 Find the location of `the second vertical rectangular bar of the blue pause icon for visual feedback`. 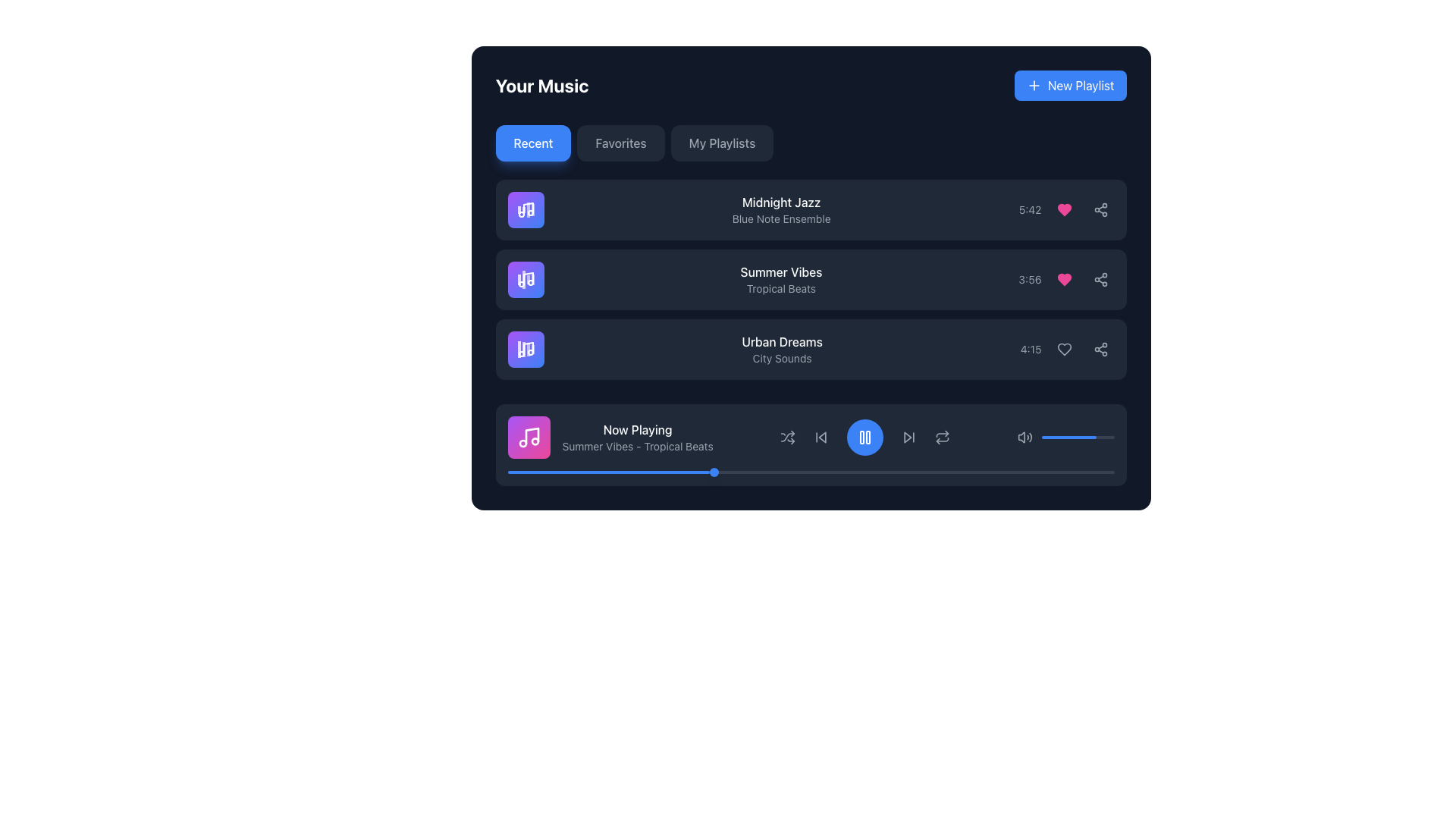

the second vertical rectangular bar of the blue pause icon for visual feedback is located at coordinates (868, 438).